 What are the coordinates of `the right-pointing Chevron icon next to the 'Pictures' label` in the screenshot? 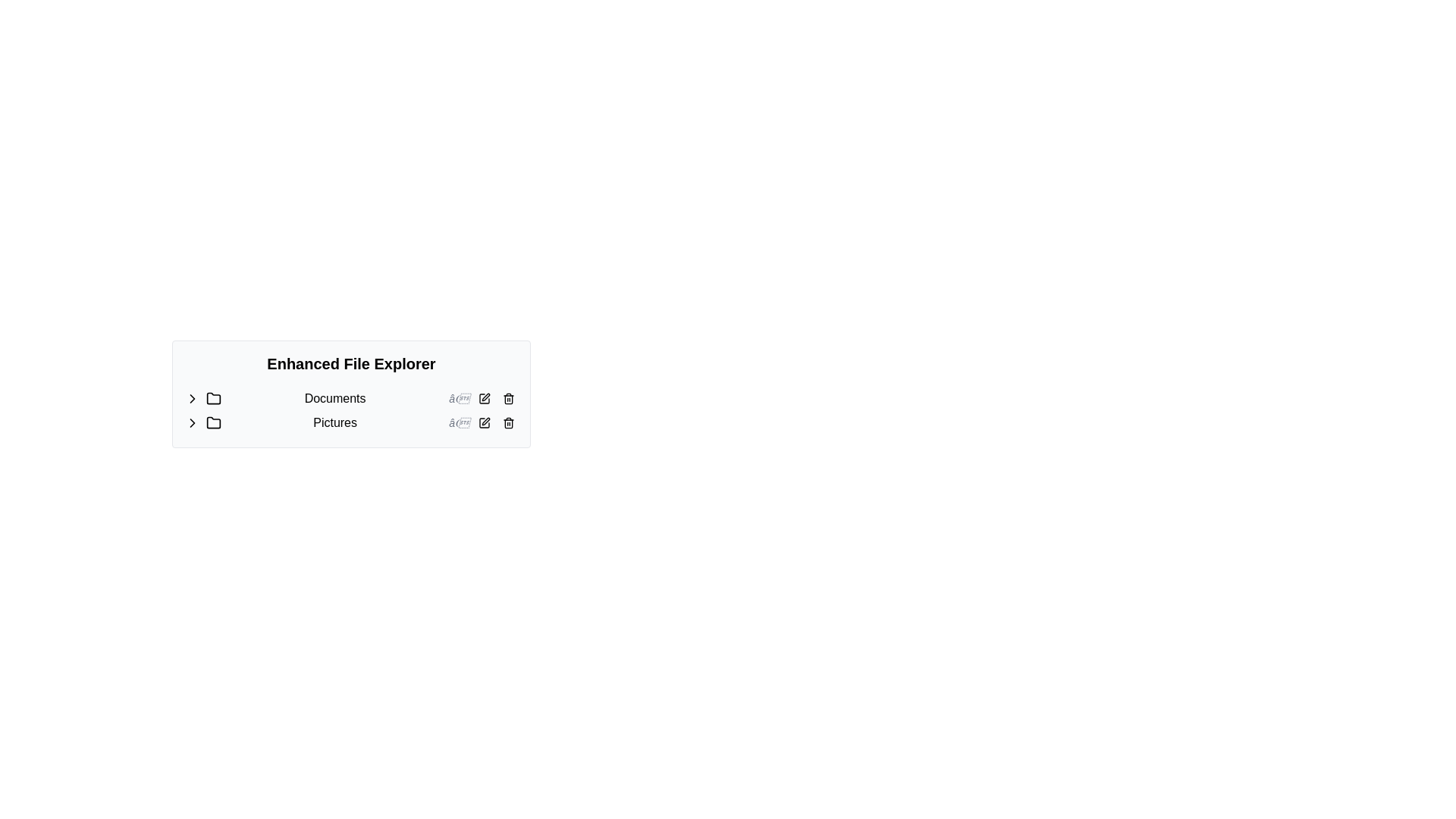 It's located at (192, 423).